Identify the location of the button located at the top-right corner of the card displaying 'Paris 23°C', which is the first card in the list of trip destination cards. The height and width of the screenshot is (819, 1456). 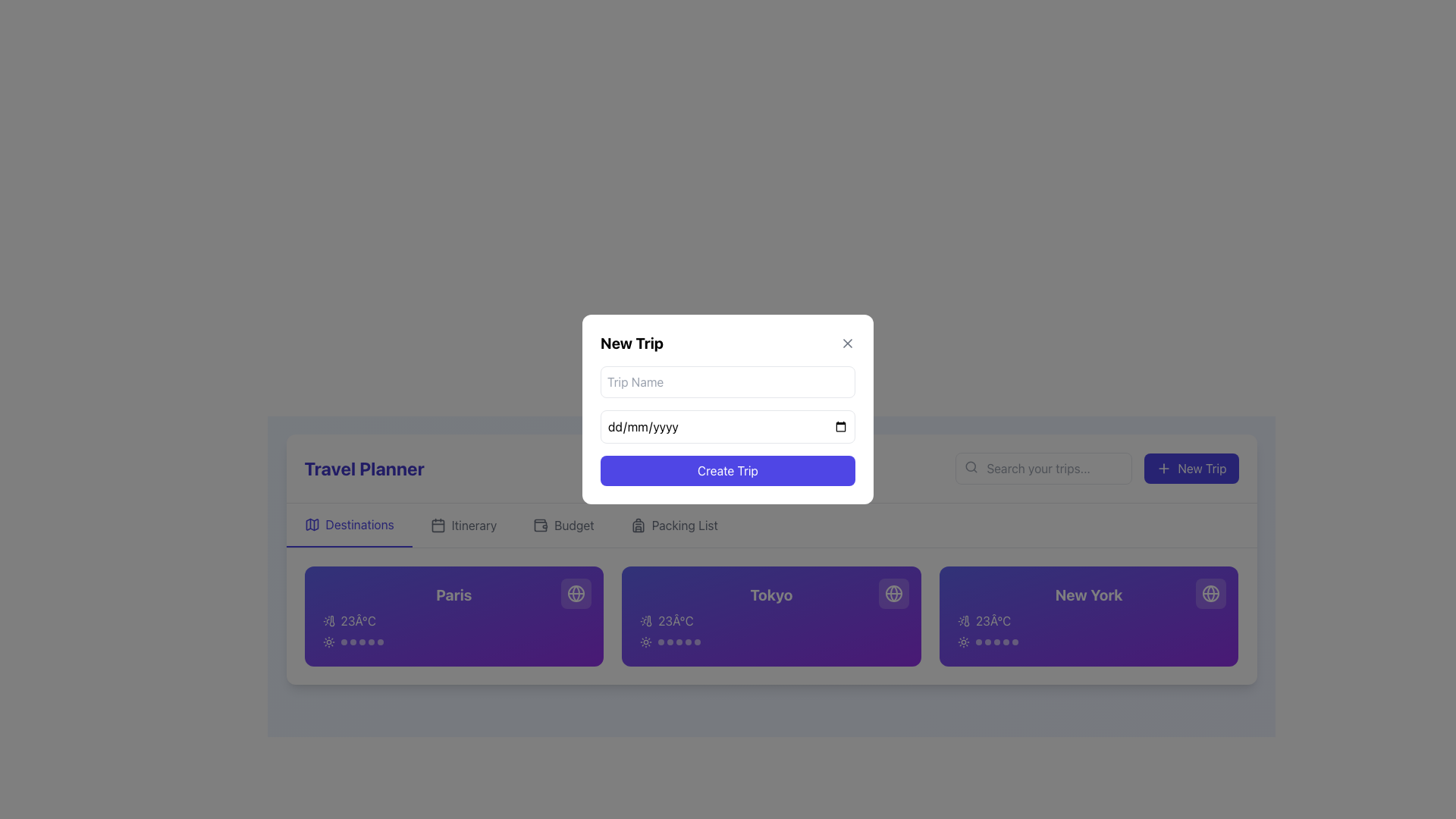
(576, 593).